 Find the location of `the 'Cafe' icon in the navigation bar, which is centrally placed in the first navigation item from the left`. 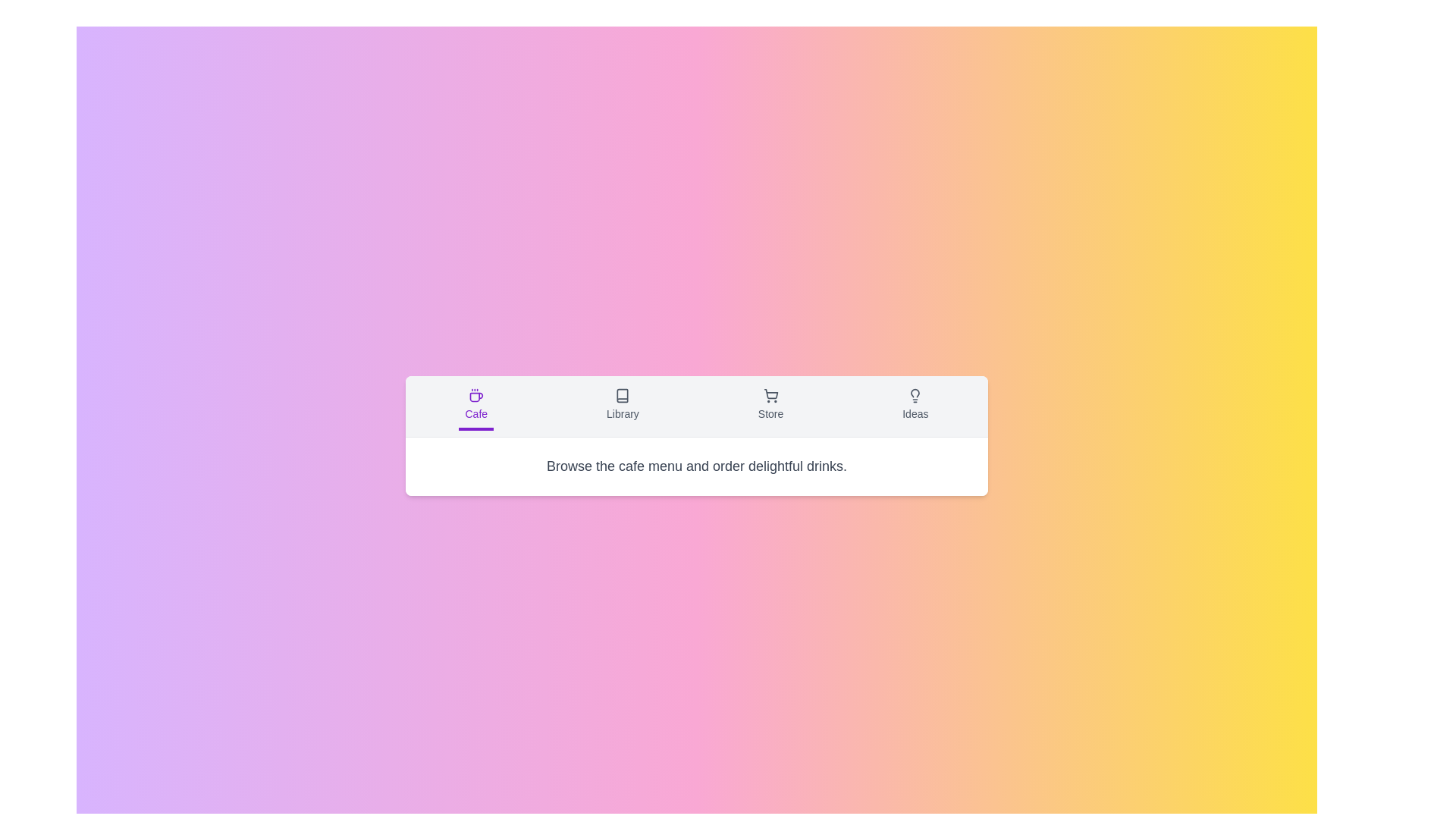

the 'Cafe' icon in the navigation bar, which is centrally placed in the first navigation item from the left is located at coordinates (475, 394).